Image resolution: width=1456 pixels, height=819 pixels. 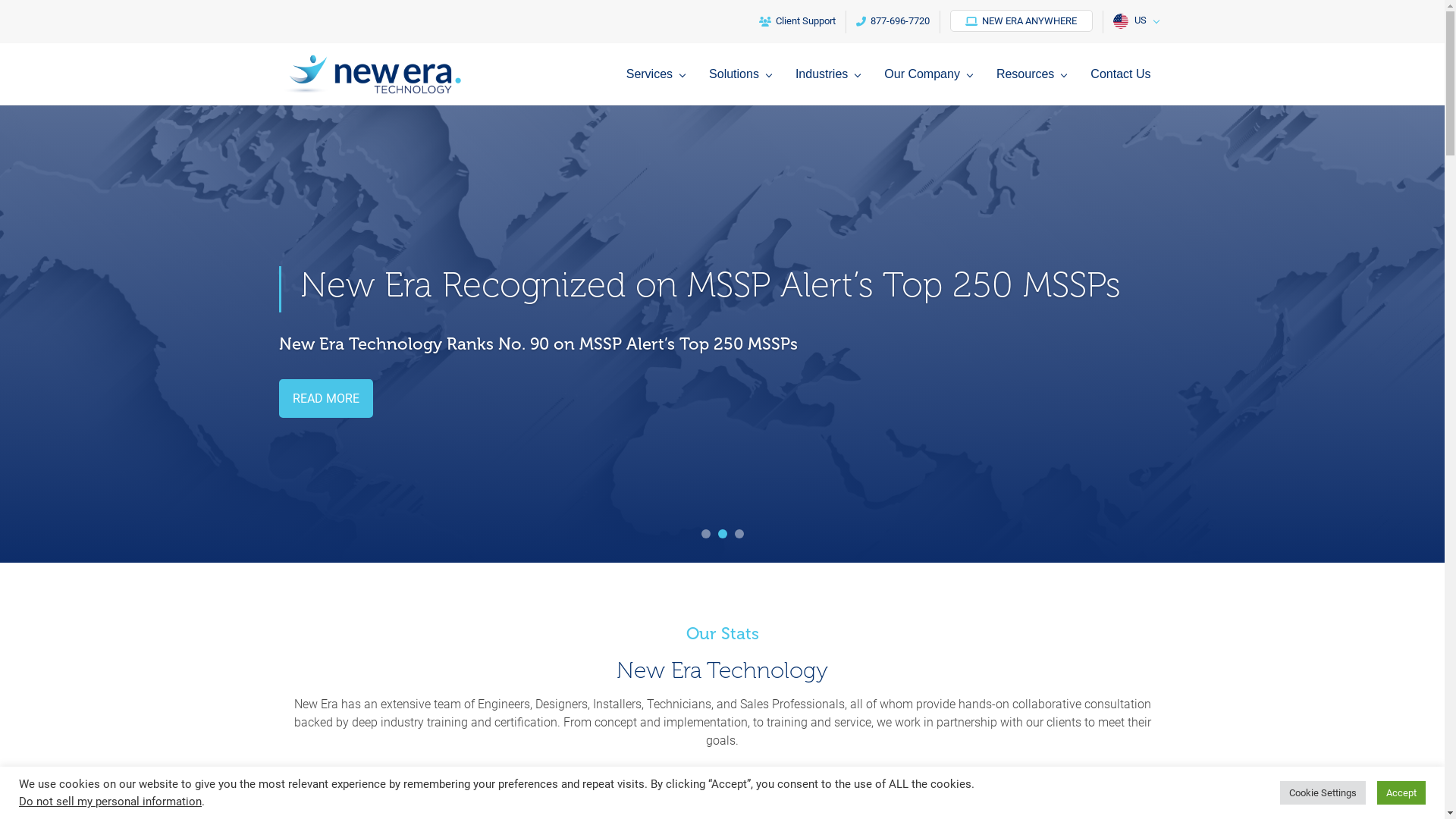 I want to click on 'Resources', so click(x=1034, y=86).